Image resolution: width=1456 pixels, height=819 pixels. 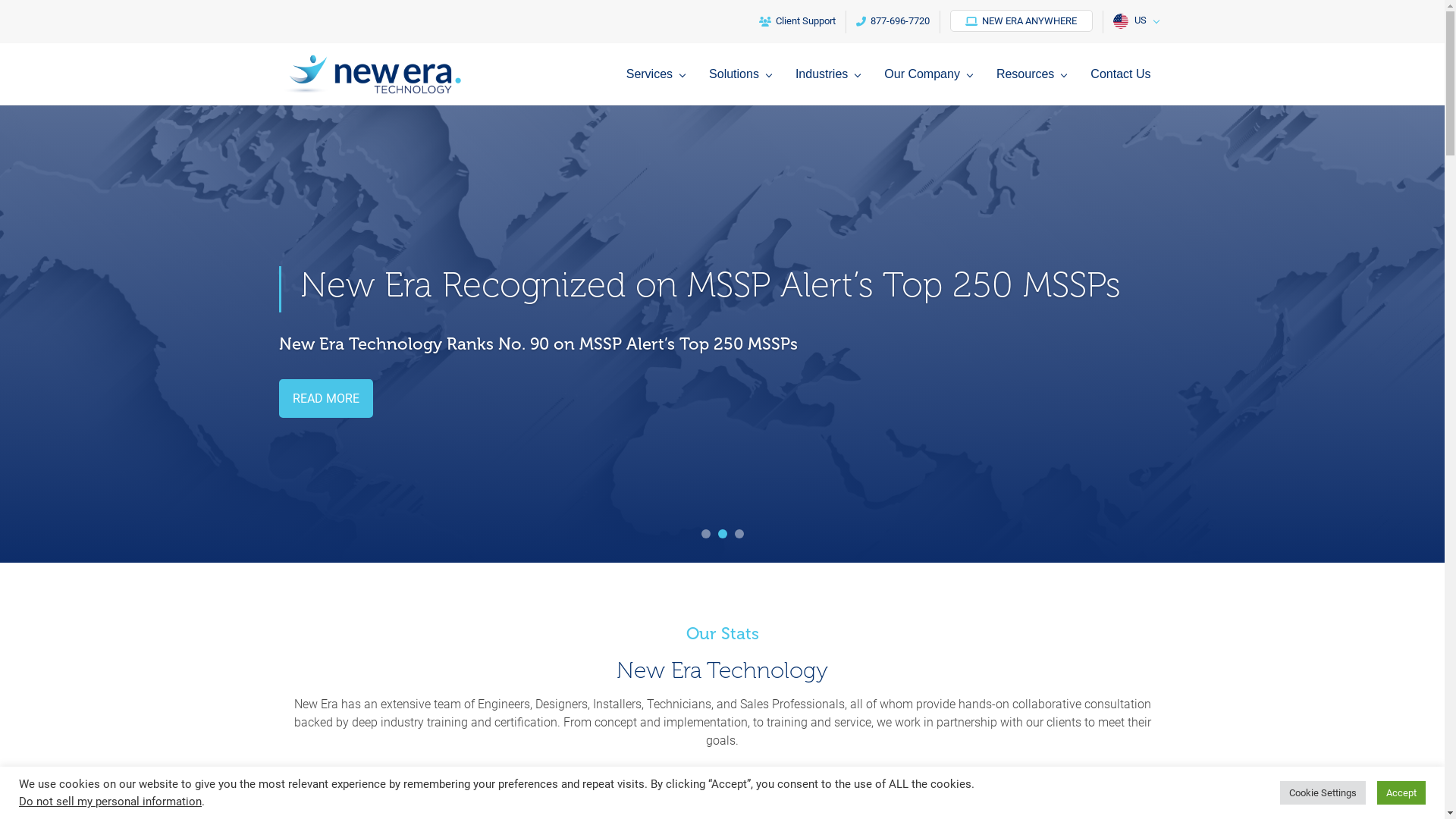 I want to click on 'Resources', so click(x=1034, y=86).